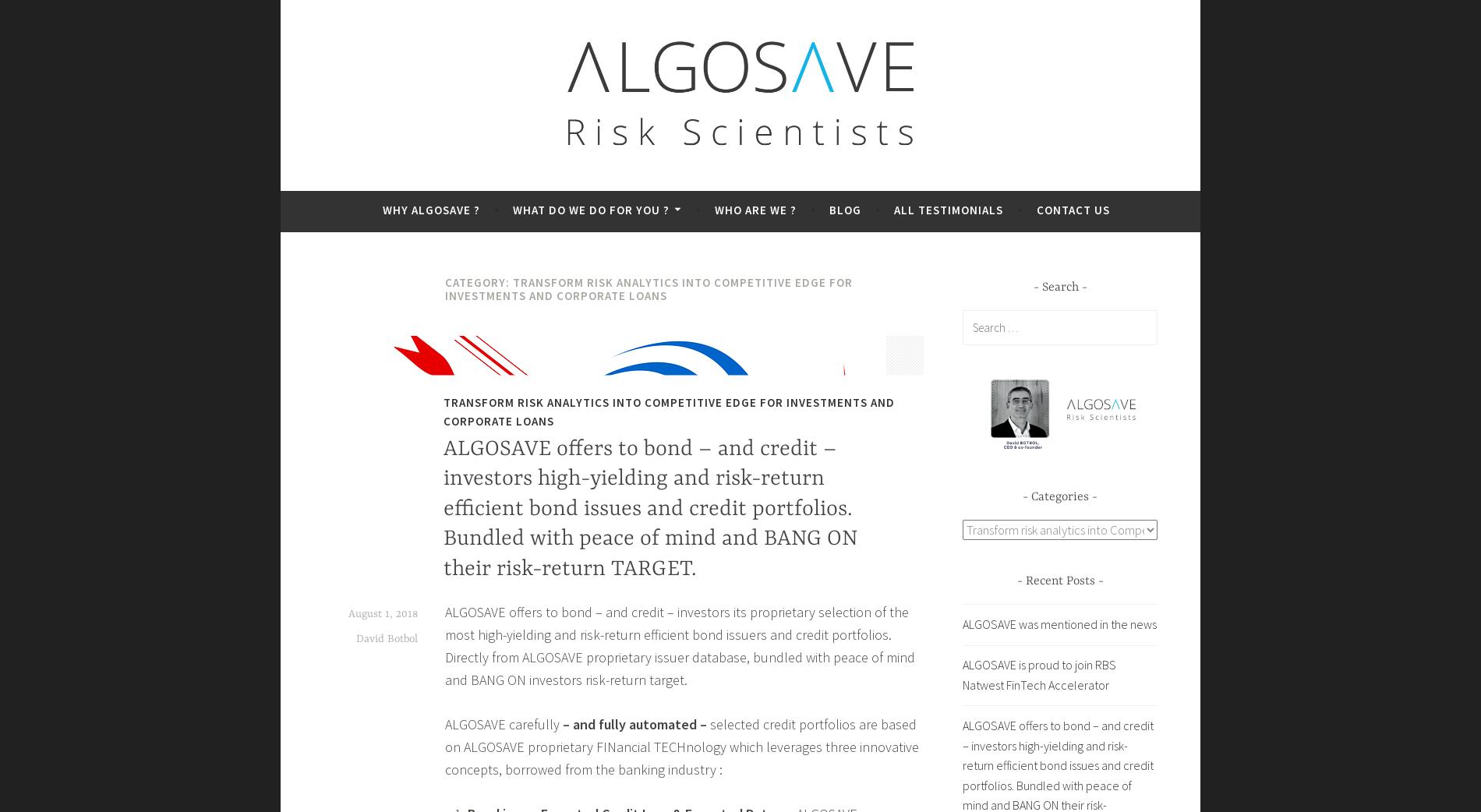  What do you see at coordinates (1059, 286) in the screenshot?
I see `'Search'` at bounding box center [1059, 286].